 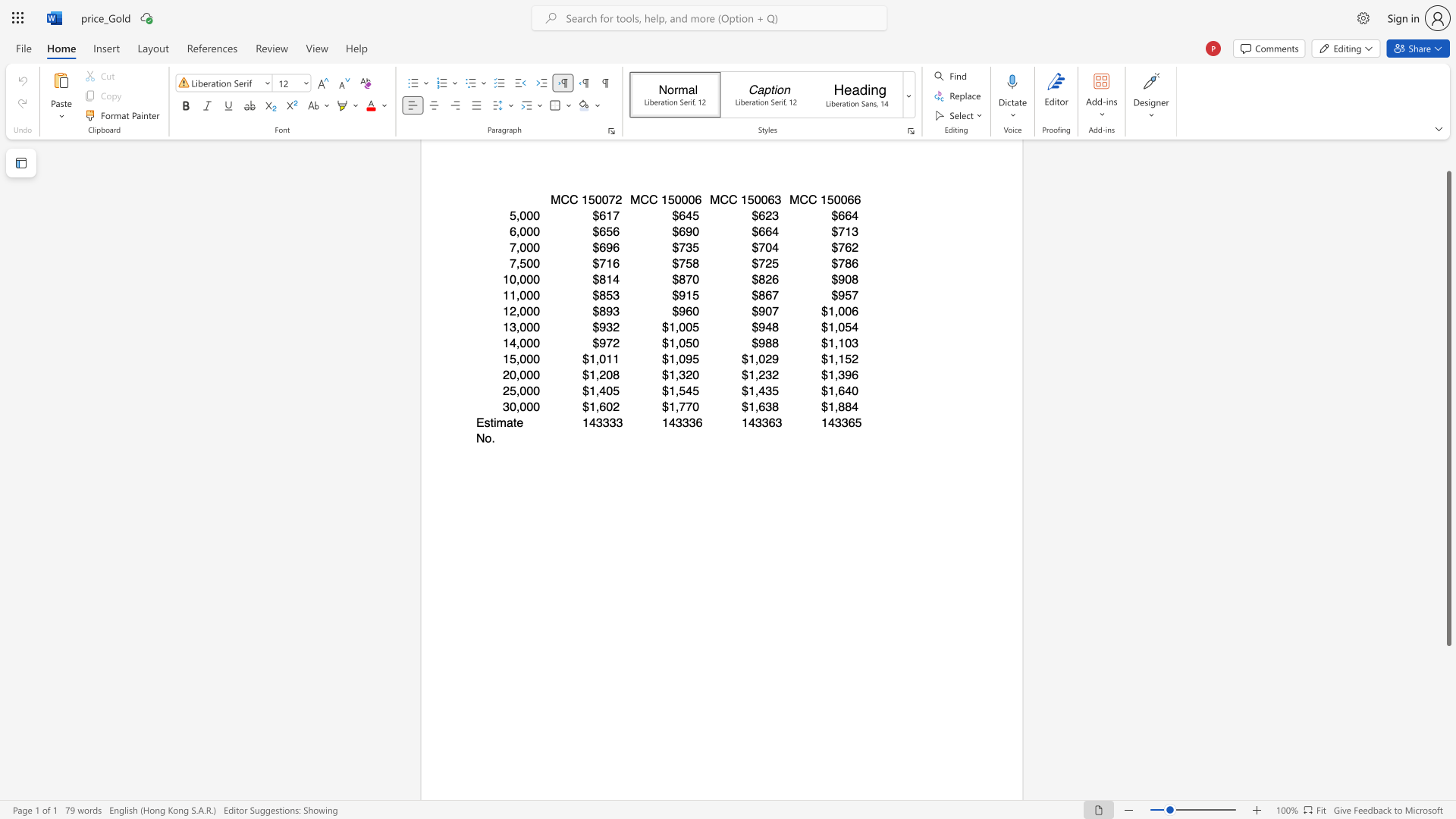 I want to click on the scrollbar and move up 20 pixels, so click(x=1448, y=408).